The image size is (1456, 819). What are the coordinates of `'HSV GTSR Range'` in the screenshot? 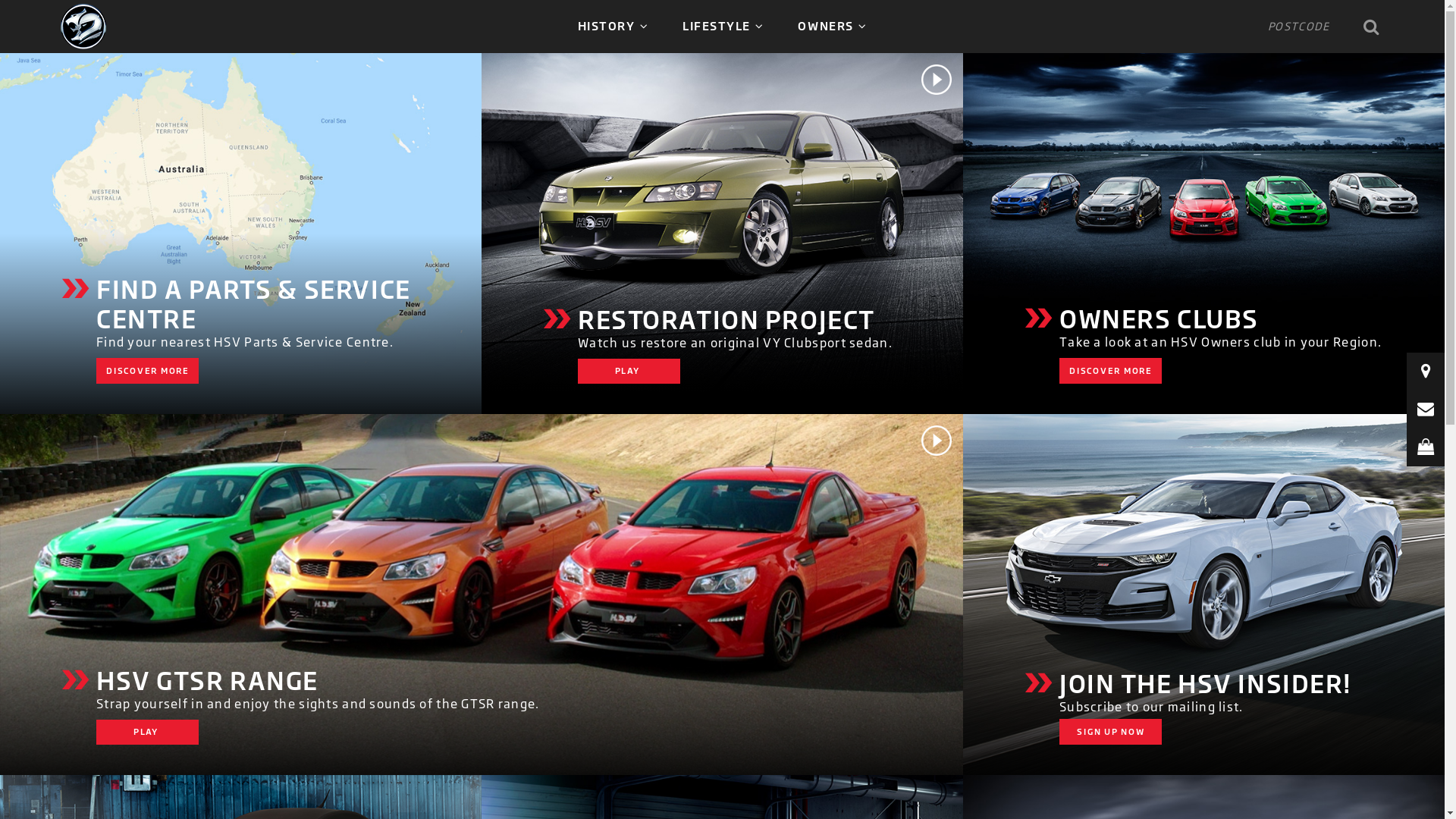 It's located at (480, 593).